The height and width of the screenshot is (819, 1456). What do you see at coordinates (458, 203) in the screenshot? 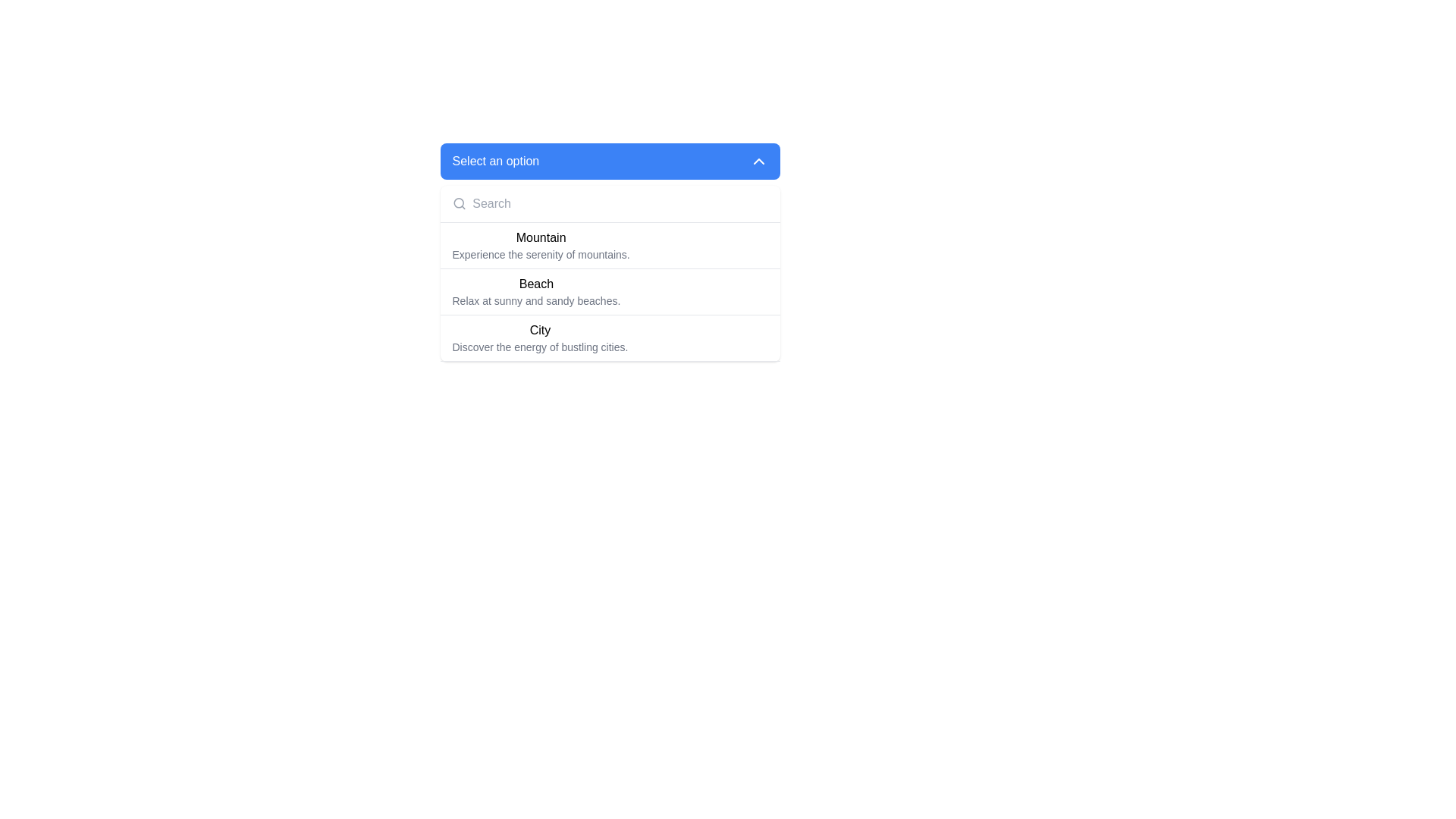
I see `the appearance of the circular gray magnifying glass icon located in the header section of the drop-down menu, positioned to the left of the search input field` at bounding box center [458, 203].